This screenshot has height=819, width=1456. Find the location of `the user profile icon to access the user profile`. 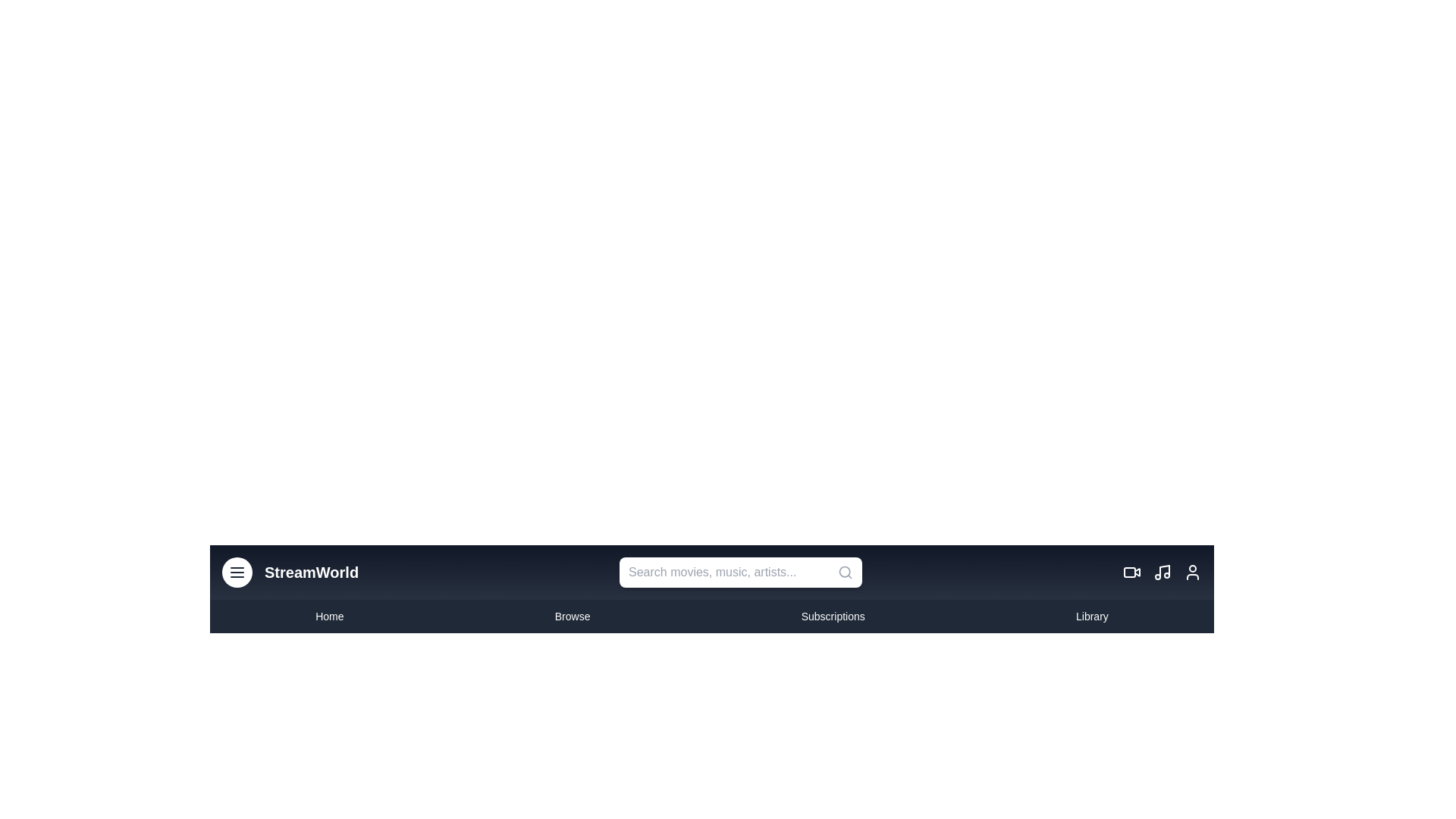

the user profile icon to access the user profile is located at coordinates (1191, 573).